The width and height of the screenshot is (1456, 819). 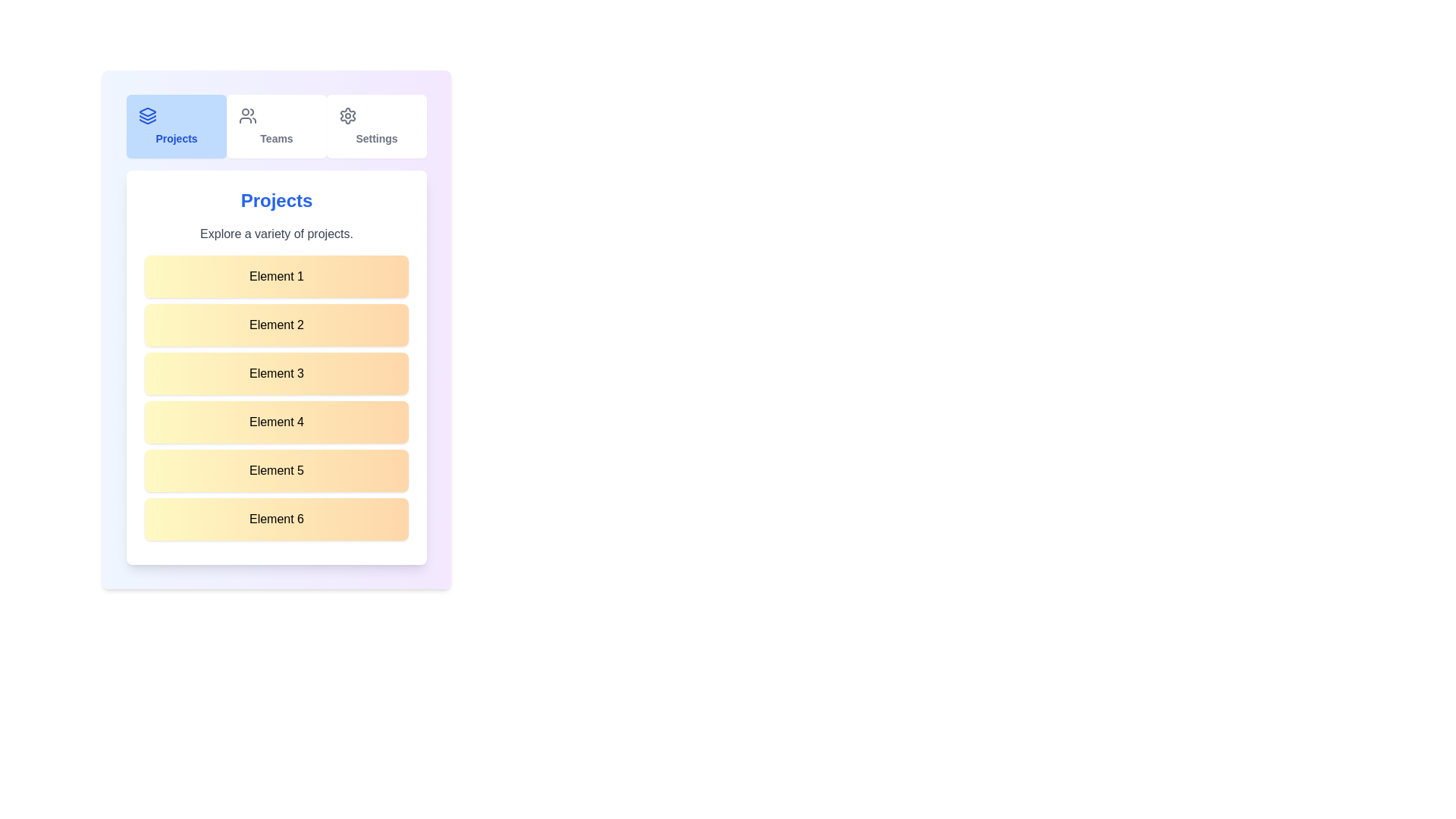 What do you see at coordinates (276, 470) in the screenshot?
I see `the list item labeled 'Element 5'` at bounding box center [276, 470].